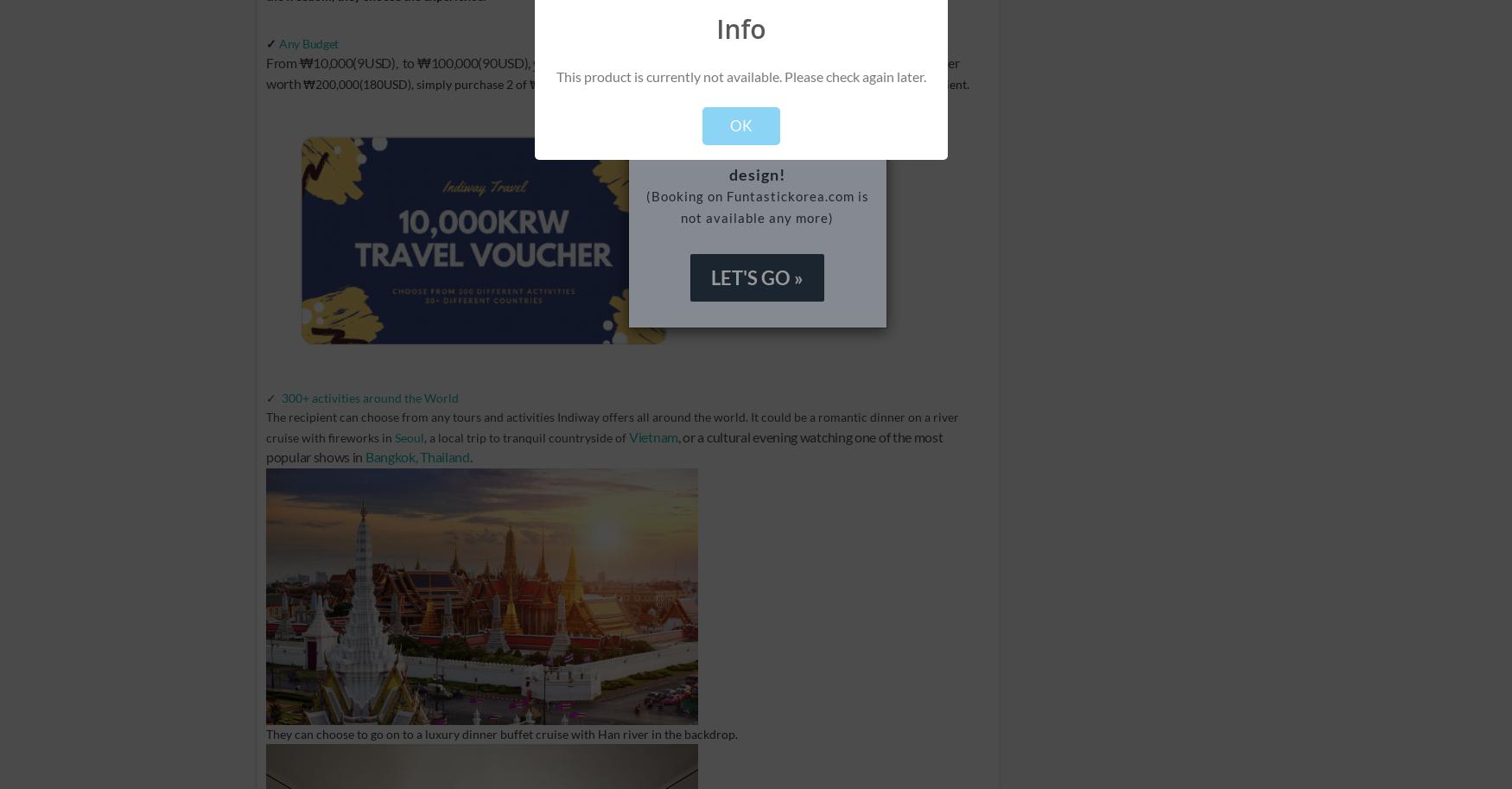 This screenshot has width=1512, height=789. What do you see at coordinates (793, 436) in the screenshot?
I see `', or a cultural evening watching one of the'` at bounding box center [793, 436].